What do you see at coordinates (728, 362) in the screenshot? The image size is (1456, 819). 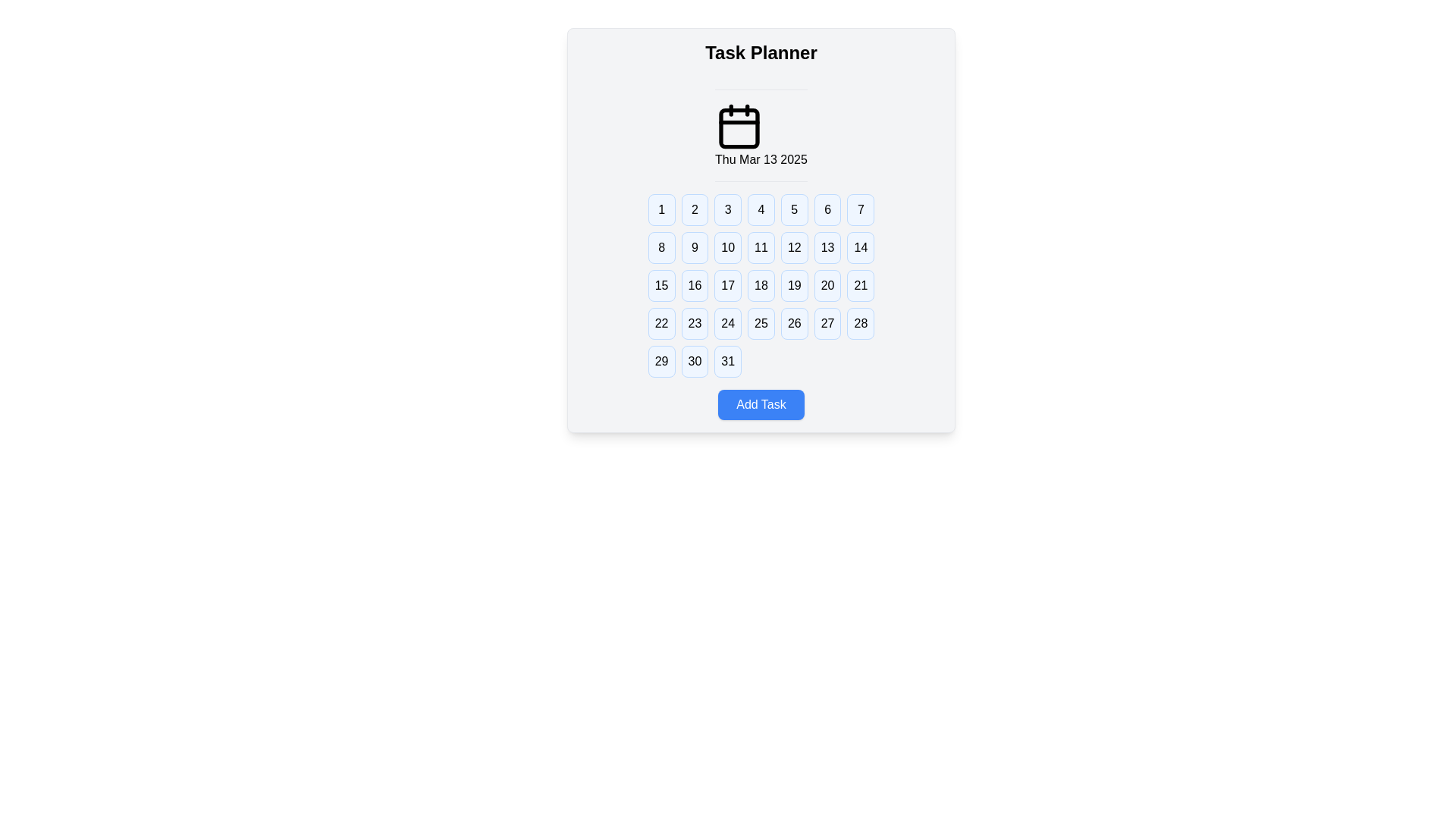 I see `the square button with rounded corners, a blue border, and a light blue background containing the number '31' centered in black text` at bounding box center [728, 362].